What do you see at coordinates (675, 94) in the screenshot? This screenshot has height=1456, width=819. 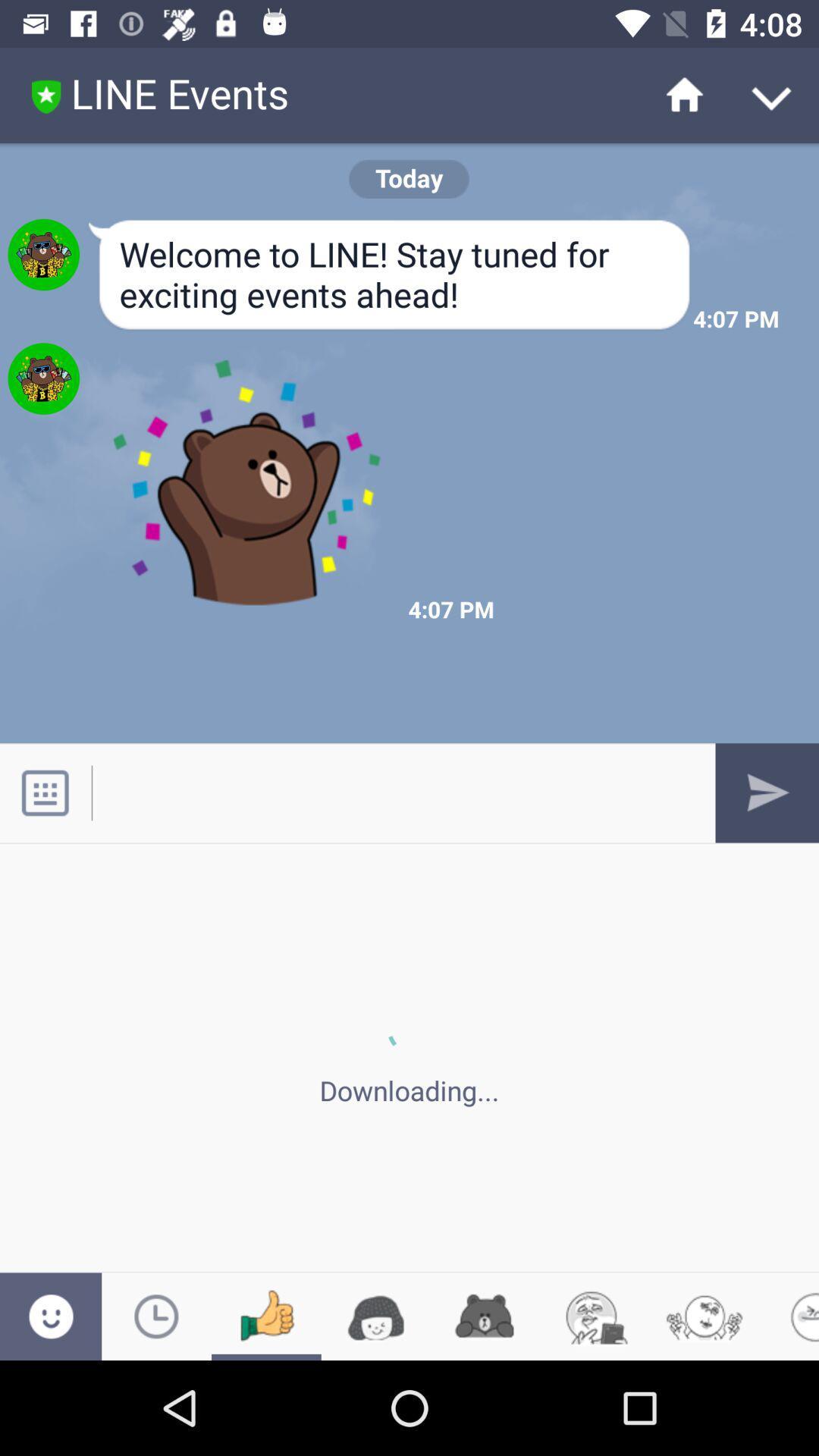 I see `home button` at bounding box center [675, 94].